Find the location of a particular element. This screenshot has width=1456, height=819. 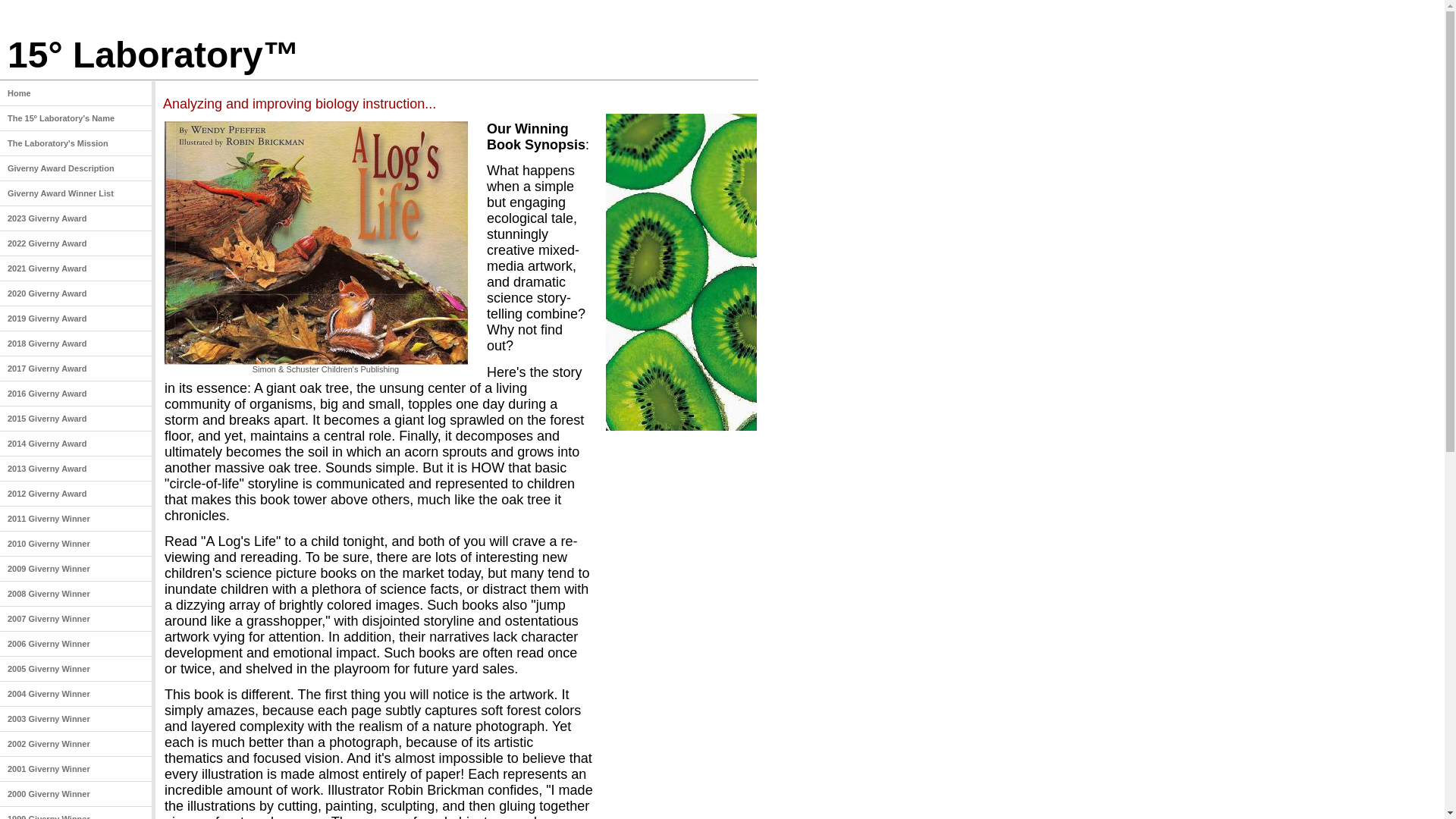

'2014 Giverny Award' is located at coordinates (0, 444).